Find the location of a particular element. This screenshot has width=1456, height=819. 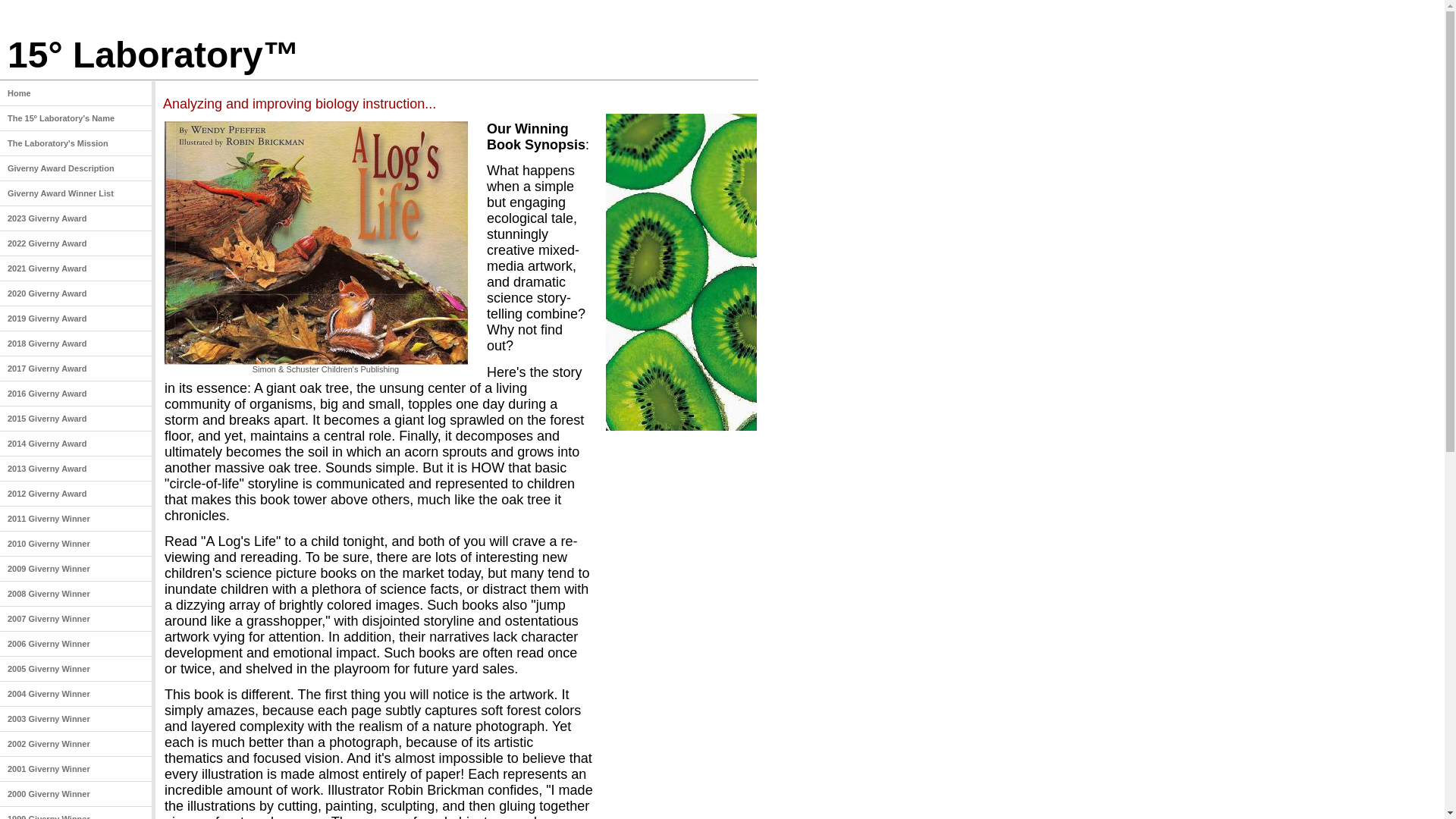

'2014 Giverny Award' is located at coordinates (0, 444).